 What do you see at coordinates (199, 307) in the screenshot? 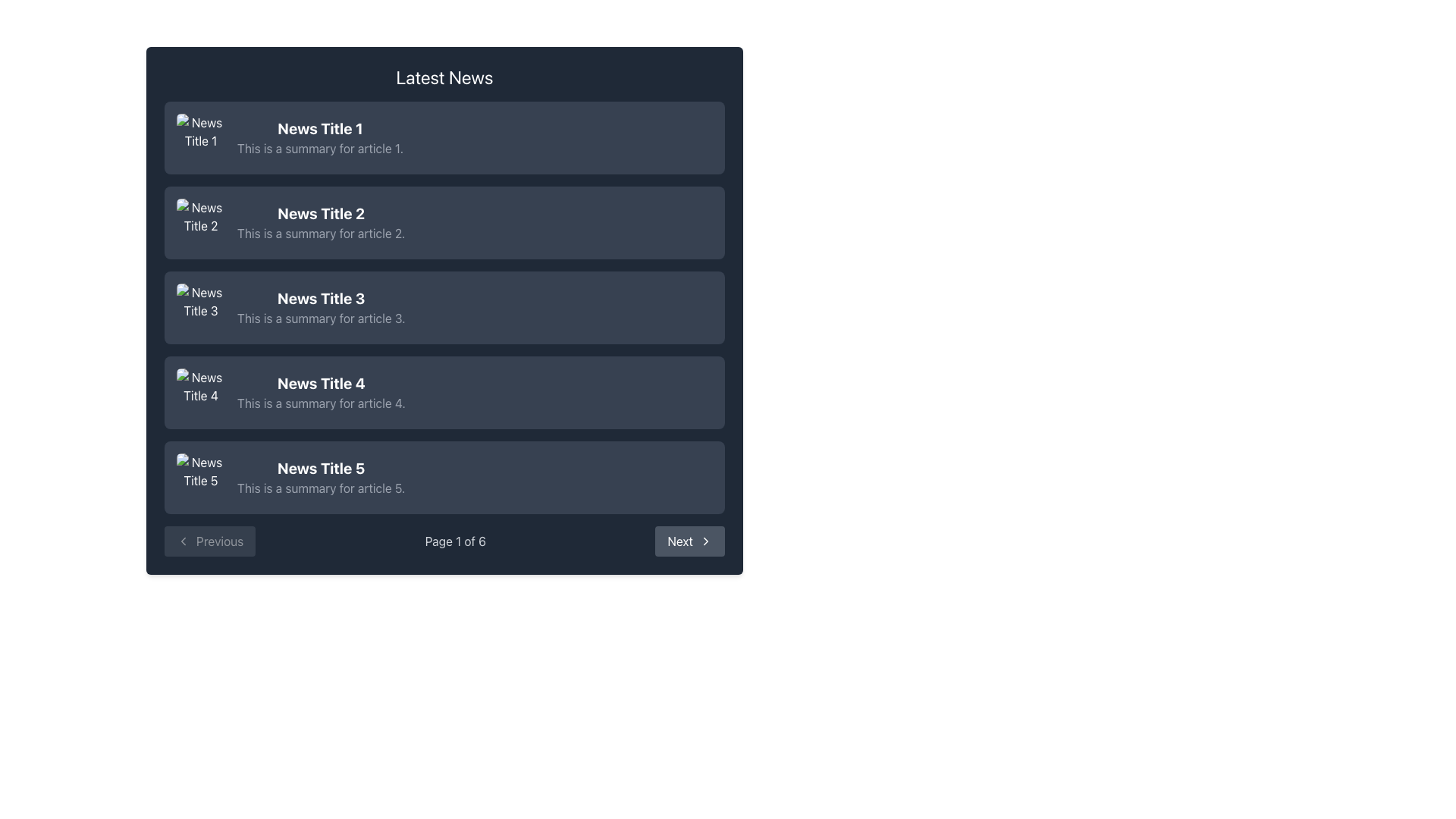
I see `the image representing the third news article` at bounding box center [199, 307].